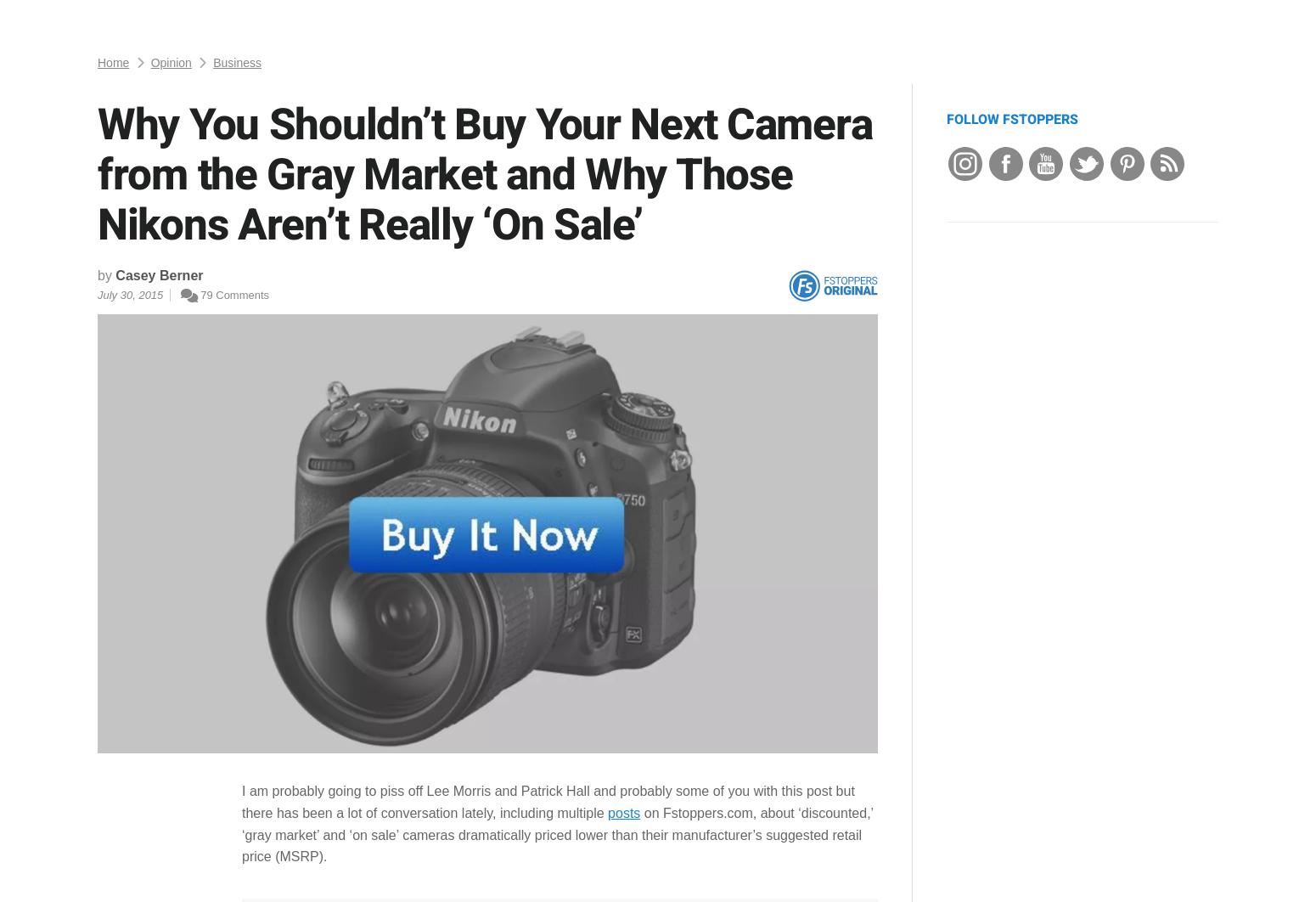 Image resolution: width=1316 pixels, height=902 pixels. I want to click on 'Beautiful and Powerful: We Review the Nikon Z f', so click(1065, 807).